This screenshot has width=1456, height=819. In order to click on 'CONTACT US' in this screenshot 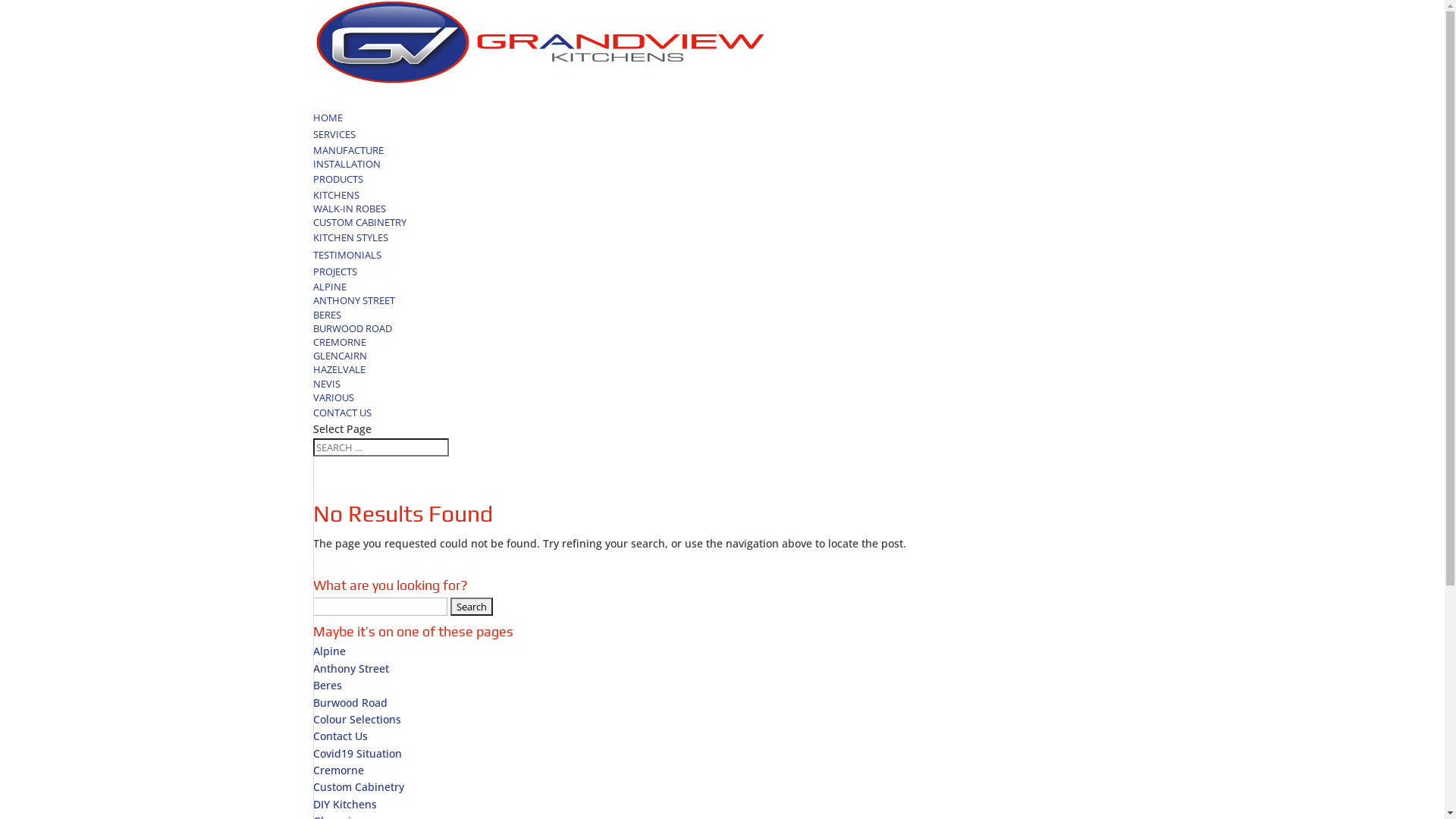, I will do `click(340, 422)`.